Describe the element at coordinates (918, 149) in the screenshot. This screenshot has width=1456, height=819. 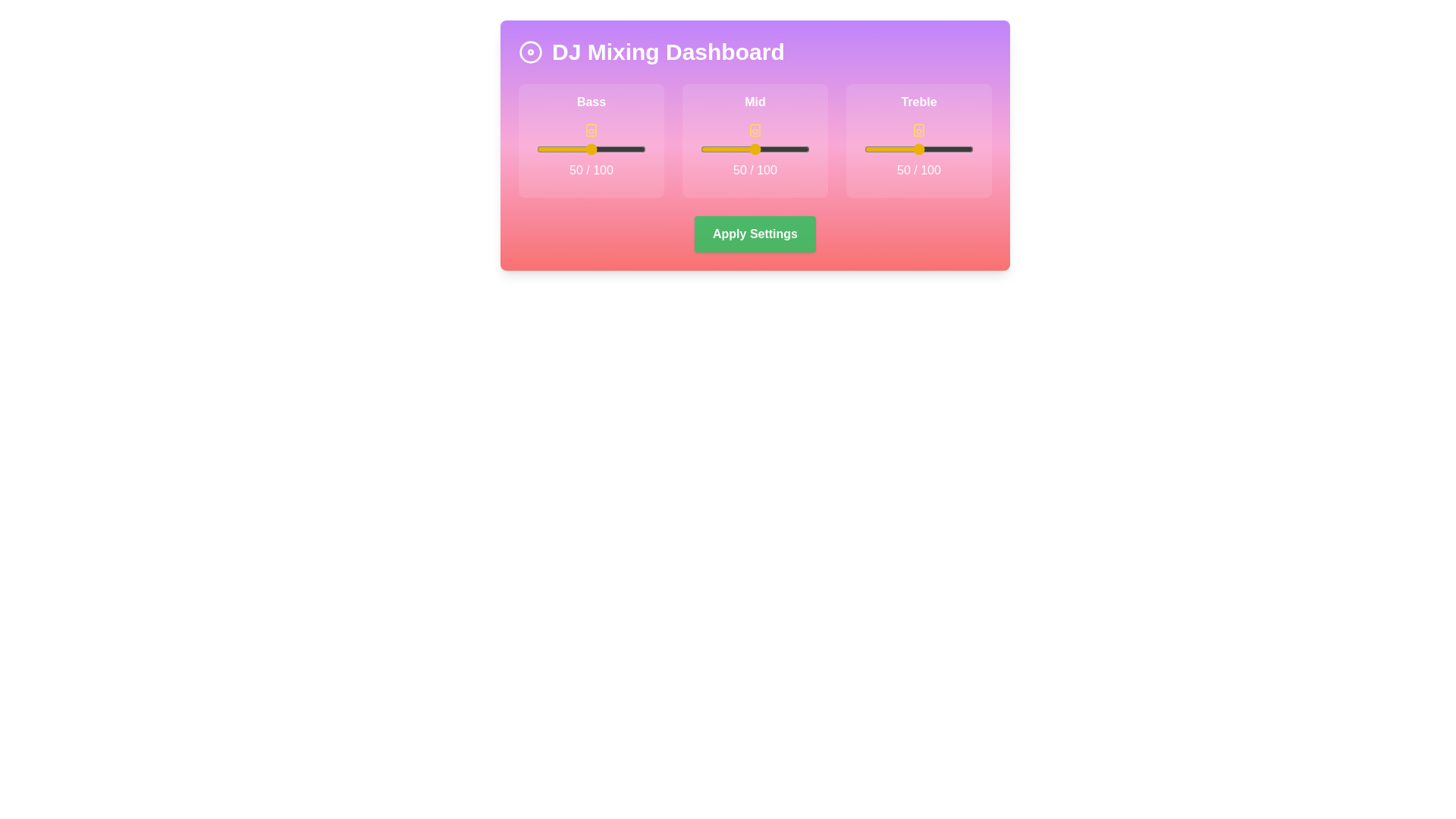
I see `the slider labeled treble to view its current value` at that location.